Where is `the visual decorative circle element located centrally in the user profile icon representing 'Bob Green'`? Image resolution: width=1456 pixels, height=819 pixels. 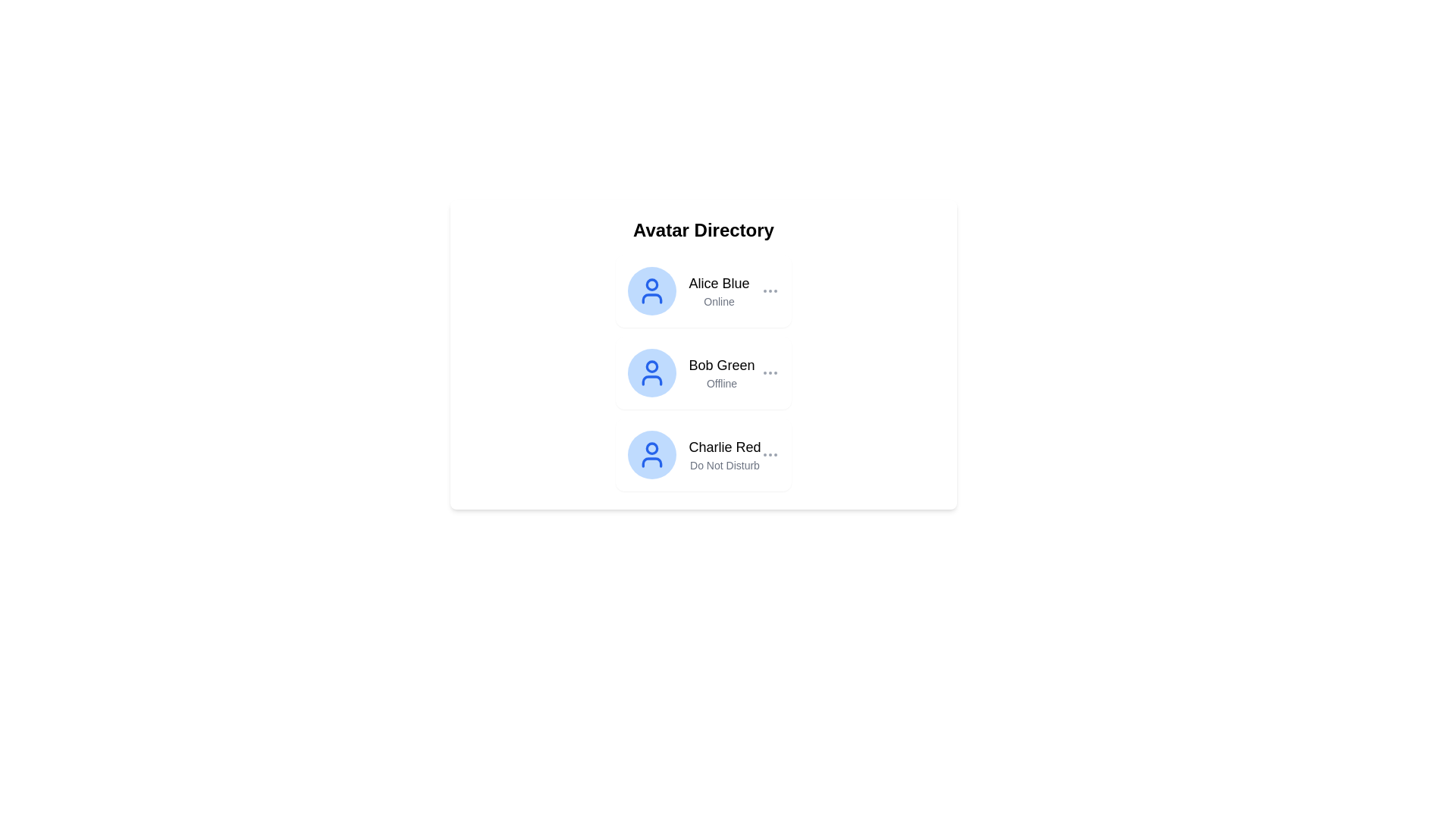
the visual decorative circle element located centrally in the user profile icon representing 'Bob Green' is located at coordinates (652, 366).